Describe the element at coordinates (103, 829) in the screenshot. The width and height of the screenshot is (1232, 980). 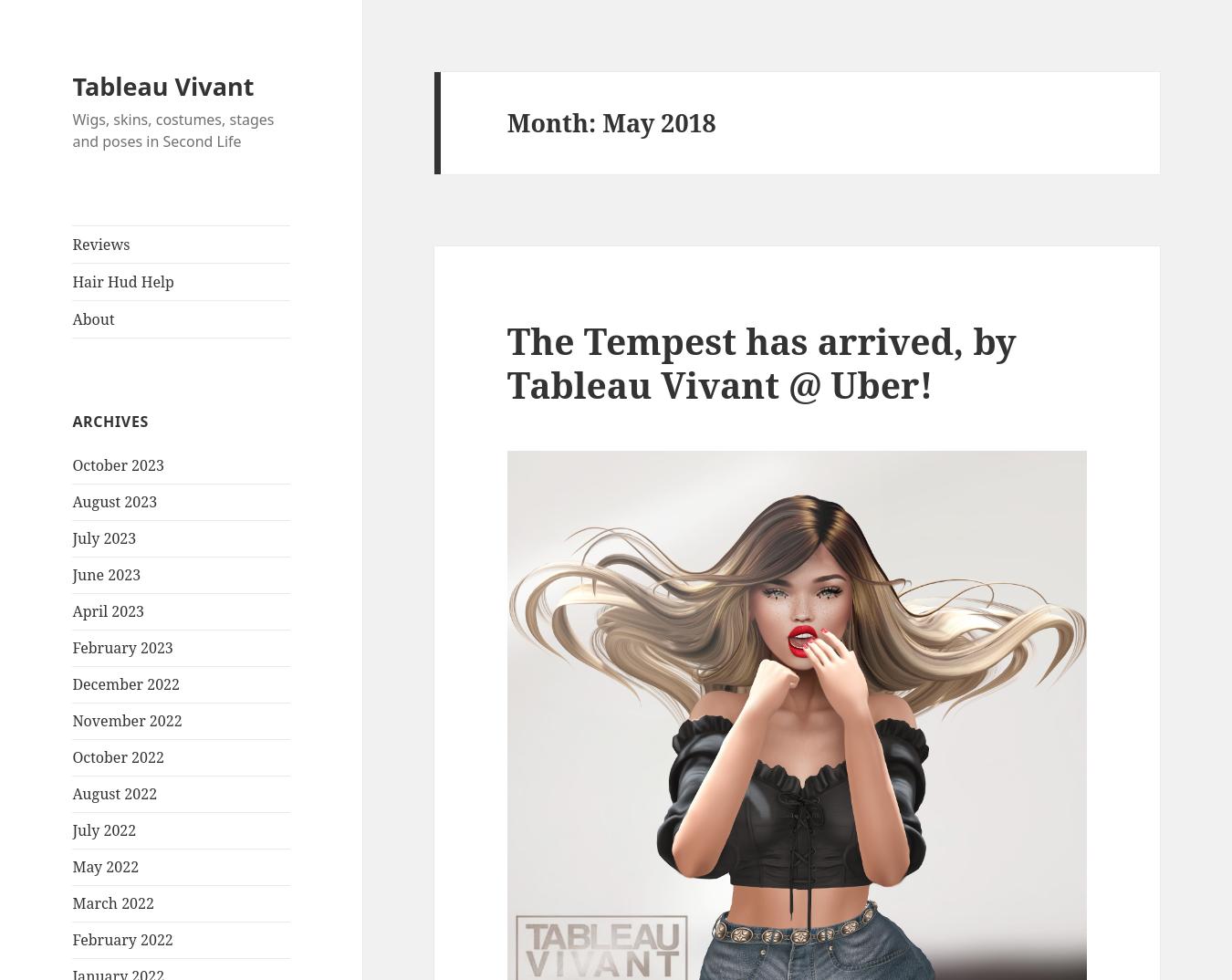
I see `'July 2022'` at that location.